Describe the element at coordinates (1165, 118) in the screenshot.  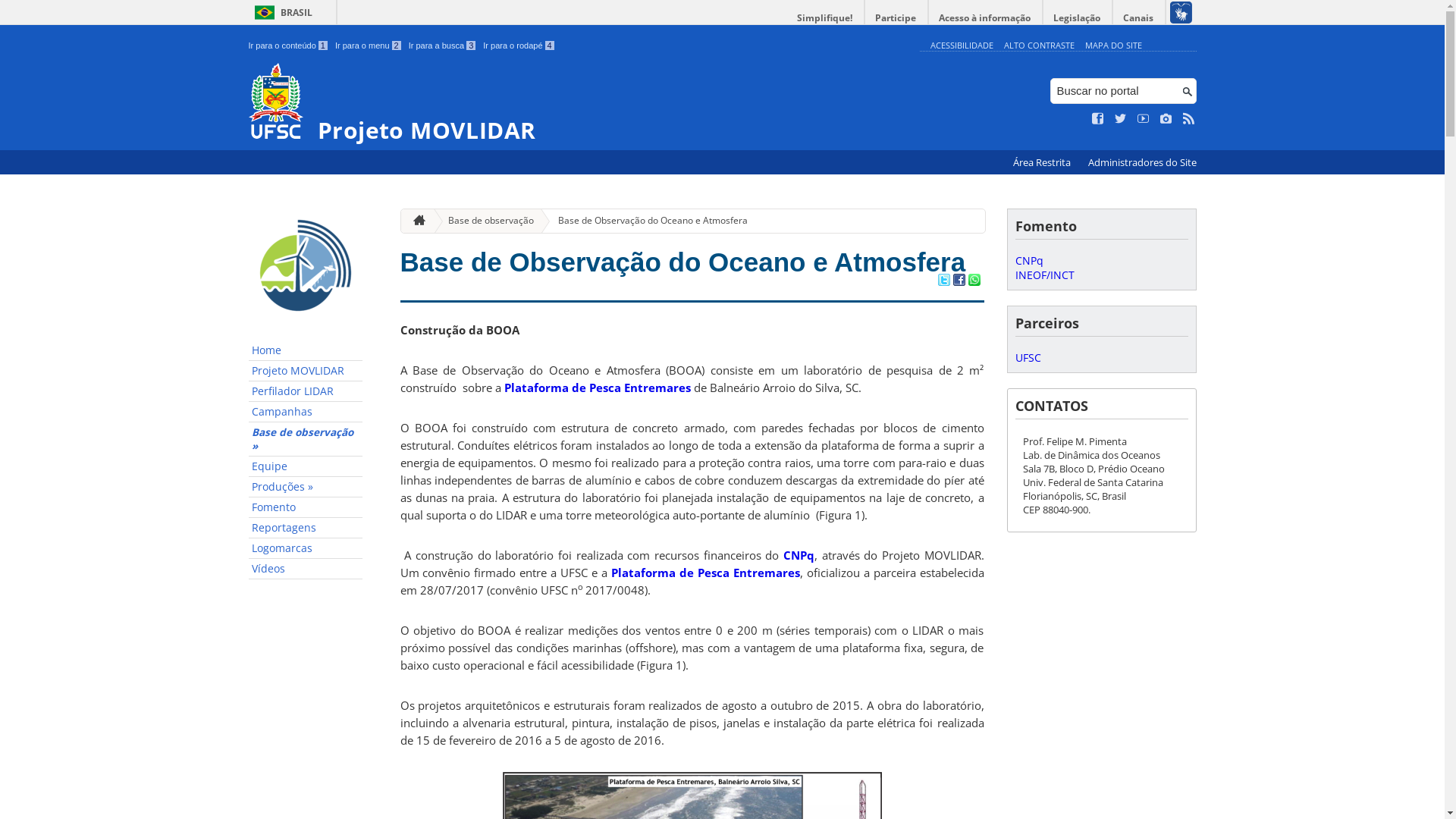
I see `'Veja no Instagram'` at that location.